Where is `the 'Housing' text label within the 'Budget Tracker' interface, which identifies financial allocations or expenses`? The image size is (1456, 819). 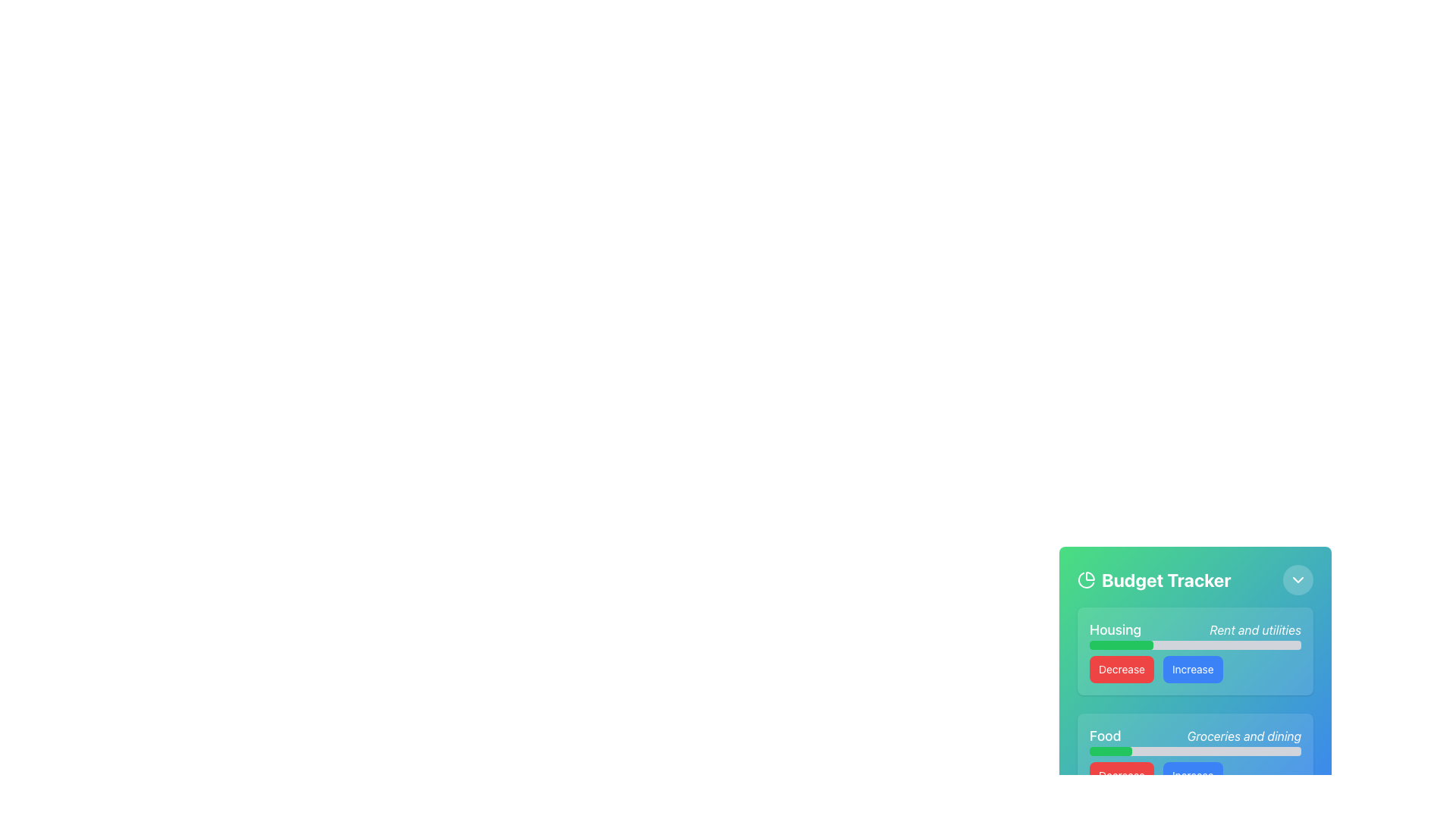
the 'Housing' text label within the 'Budget Tracker' interface, which identifies financial allocations or expenses is located at coordinates (1116, 629).